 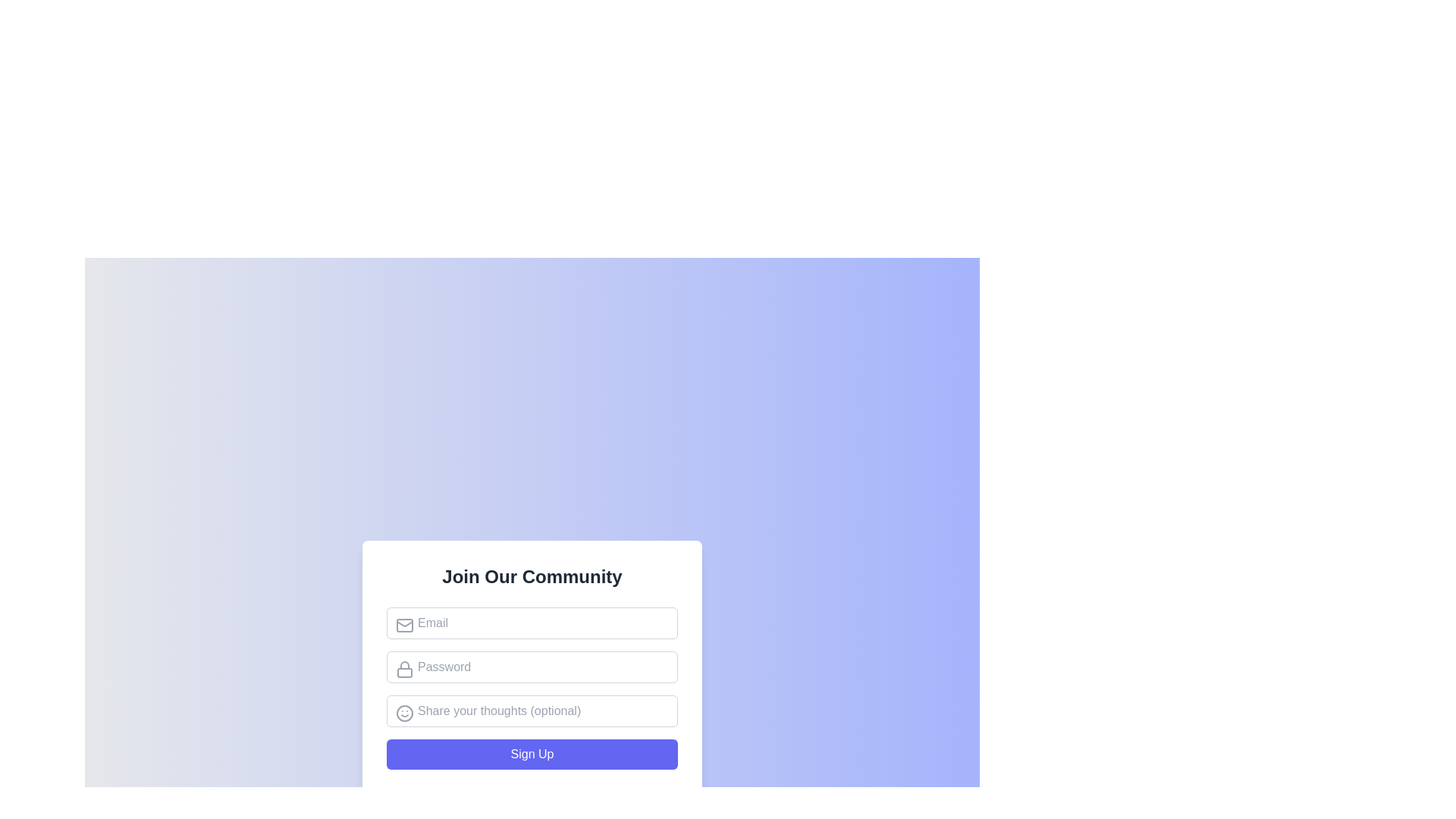 What do you see at coordinates (404, 714) in the screenshot?
I see `the decorative icon located to the left of the 'Share your thoughts (optional)' input field` at bounding box center [404, 714].